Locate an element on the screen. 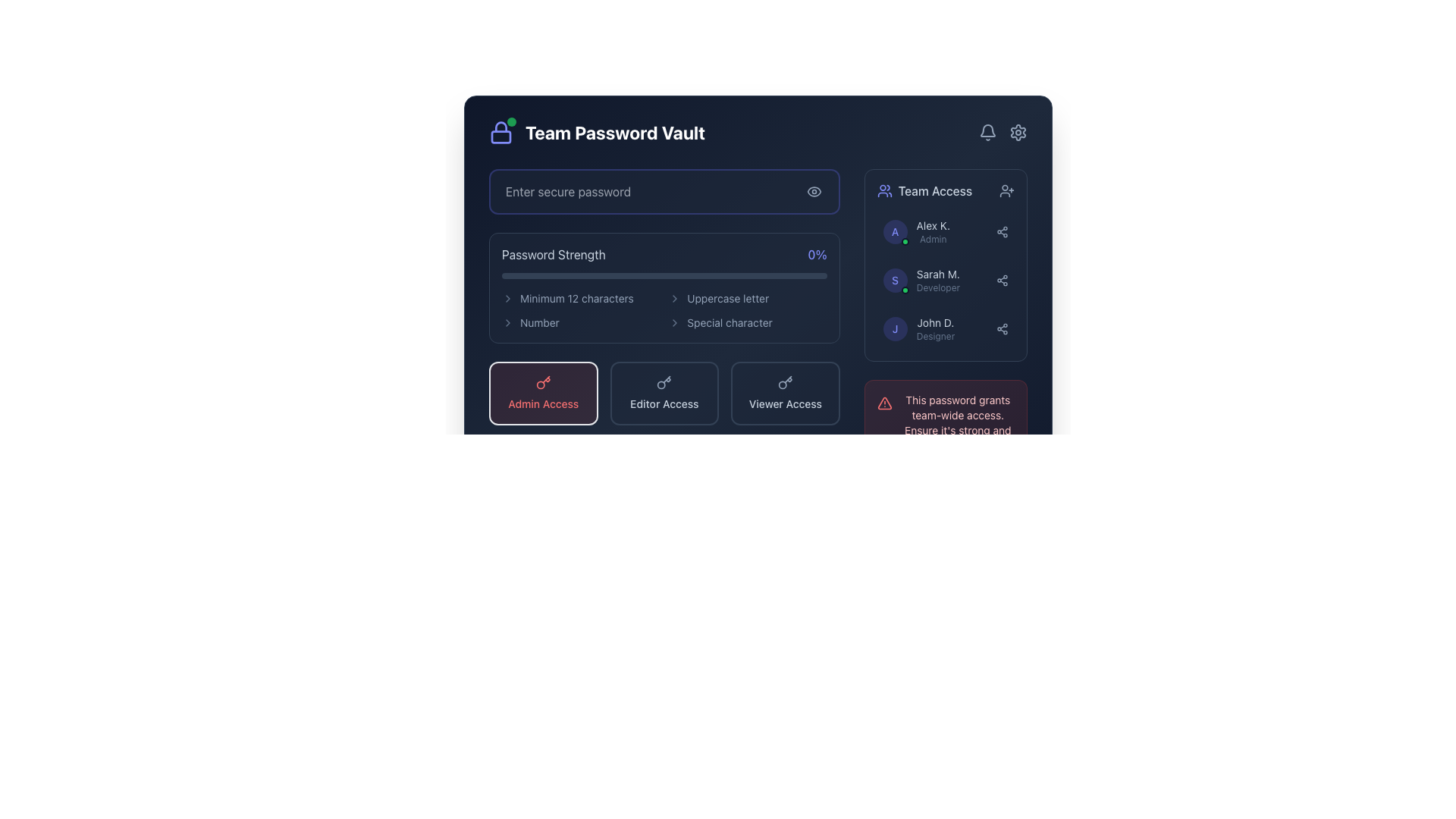 Image resolution: width=1456 pixels, height=819 pixels. warning message from the Information Alert Box with a light red background that states, "This password grants team-wide access. Ensure it's strong and shared securely." is located at coordinates (945, 423).